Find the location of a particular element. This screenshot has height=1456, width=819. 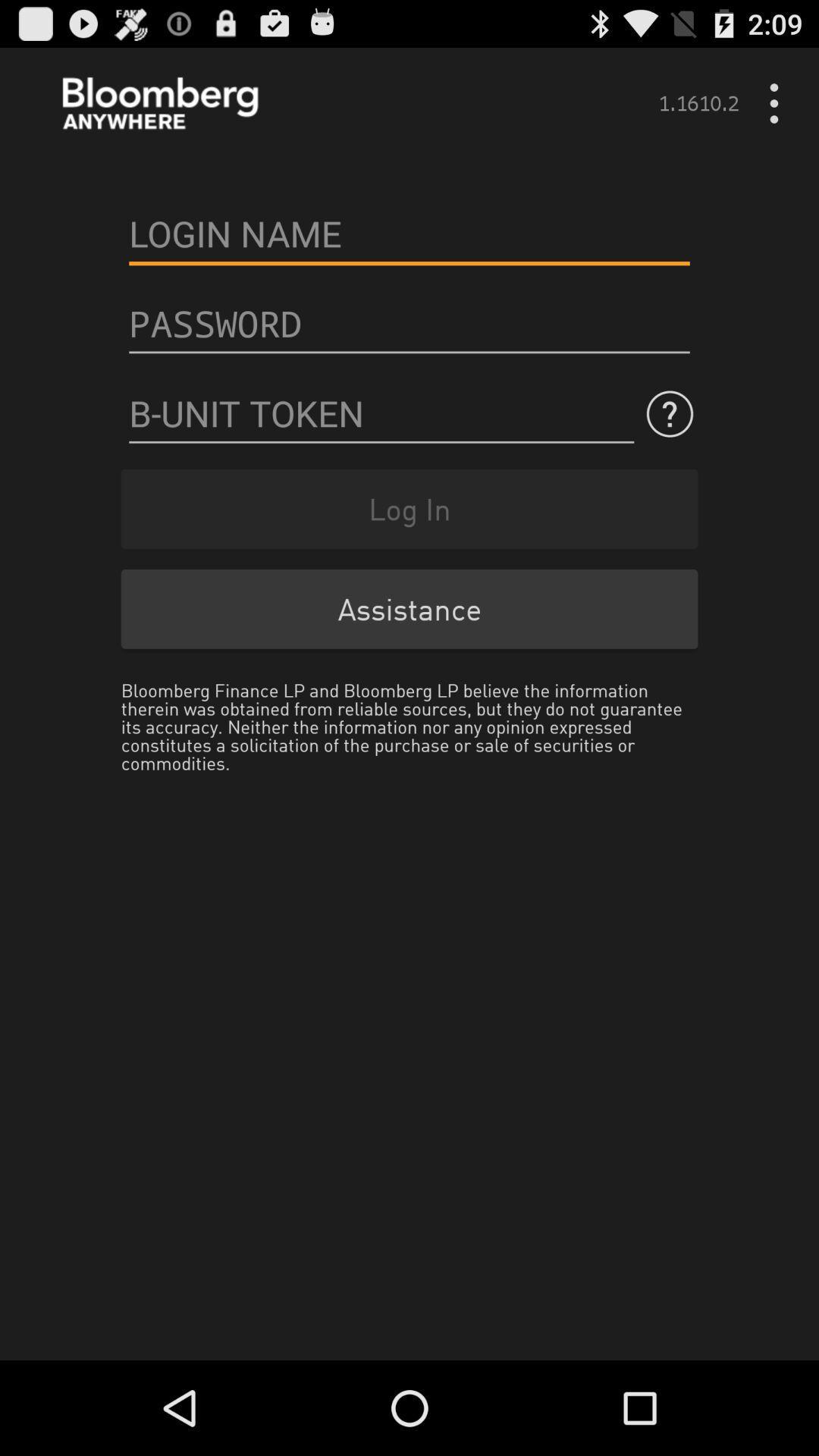

secure token entry login is located at coordinates (381, 414).